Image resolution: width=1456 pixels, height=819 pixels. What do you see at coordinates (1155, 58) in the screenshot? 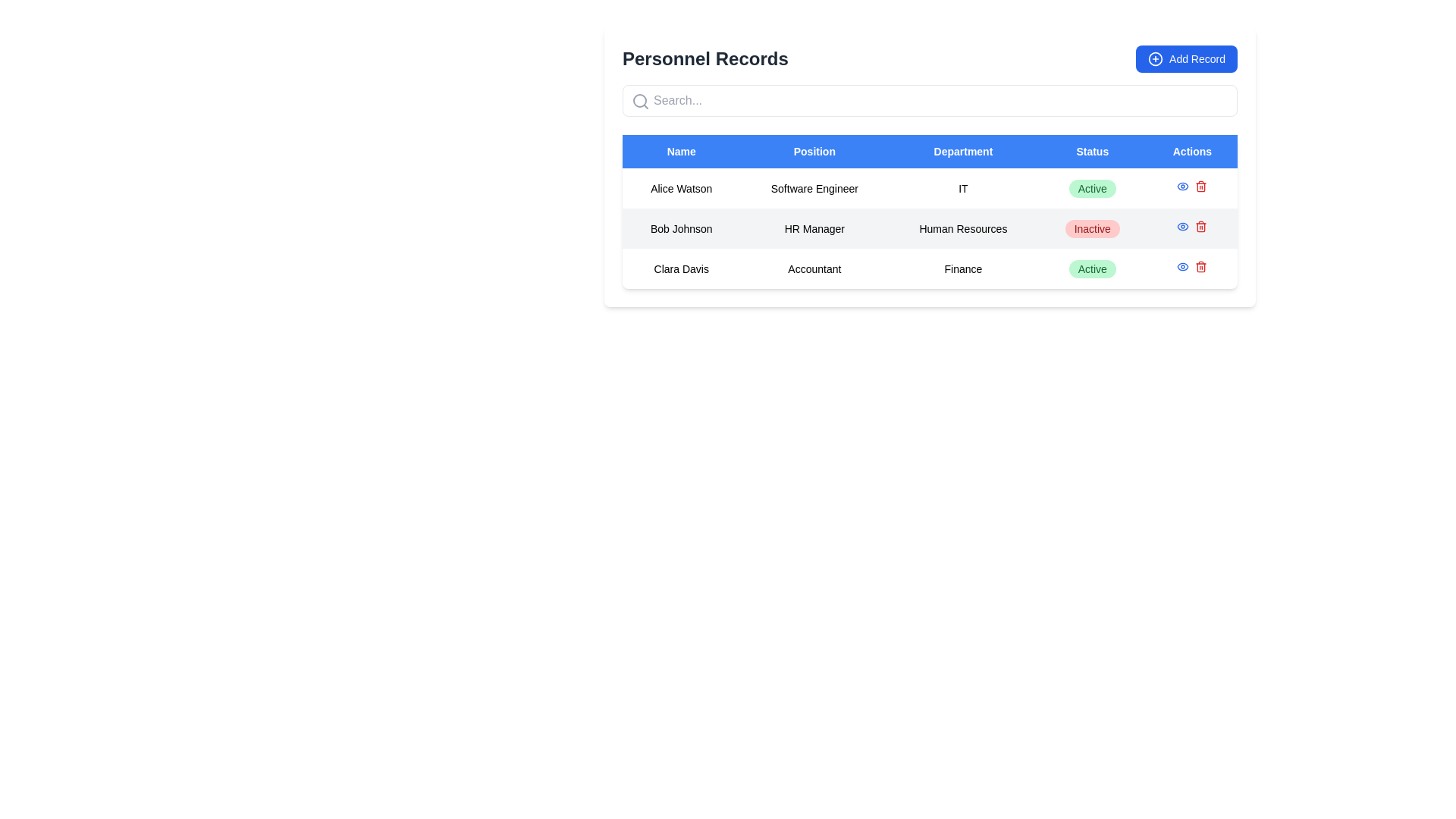
I see `the add record icon, which is located to the left of the 'Add Record' button, near its centerline` at bounding box center [1155, 58].